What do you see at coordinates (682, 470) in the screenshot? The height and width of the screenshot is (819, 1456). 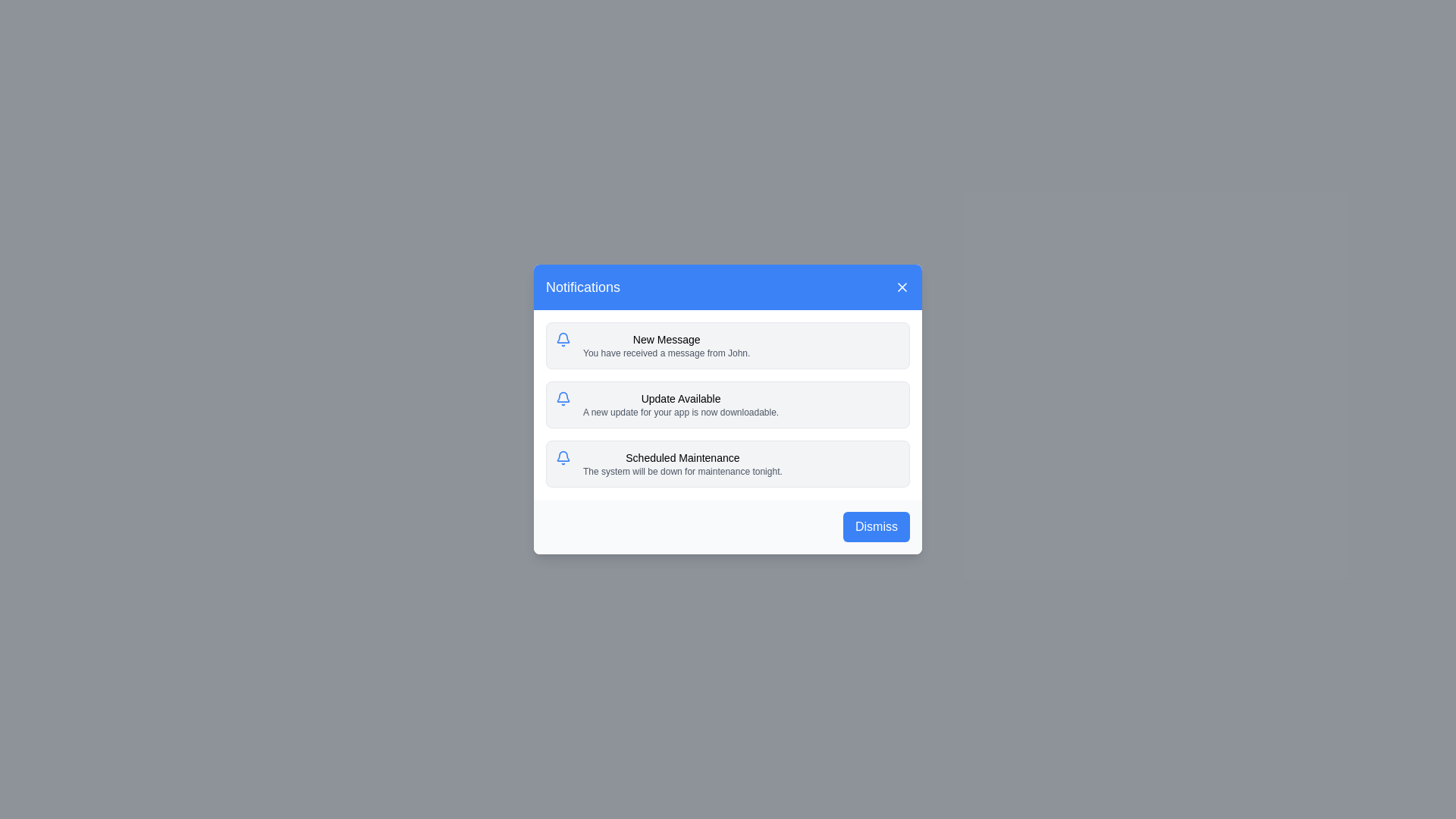 I see `the text label that reads 'The system will be down for maintenance tonight.' located below the title 'Scheduled Maintenance' in the third notification card` at bounding box center [682, 470].